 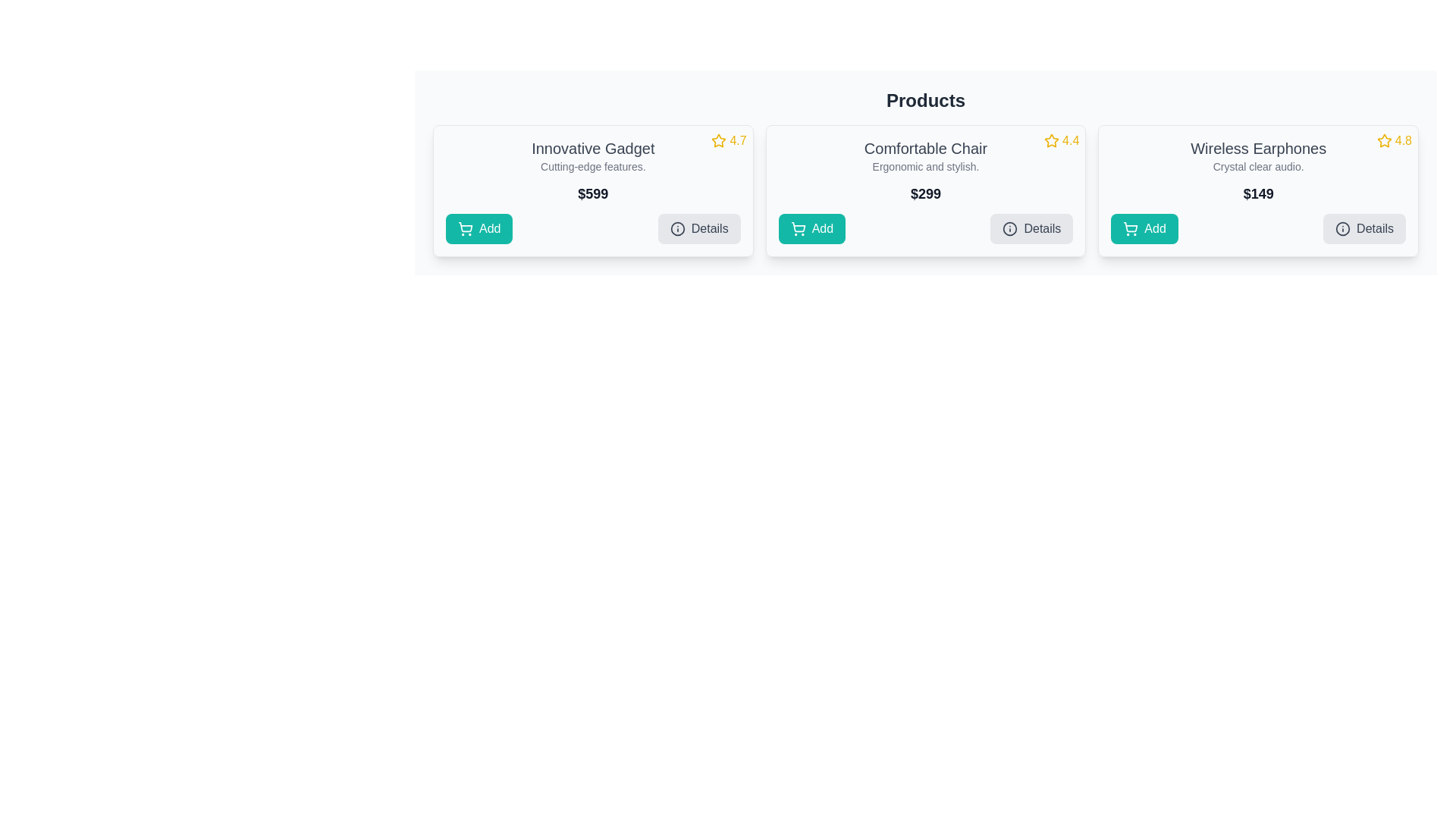 I want to click on the text label displaying 'Ergonomic and stylish.' which is styled in a small, gray font and located beneath the 'Comfortable Chair' title, so click(x=924, y=166).